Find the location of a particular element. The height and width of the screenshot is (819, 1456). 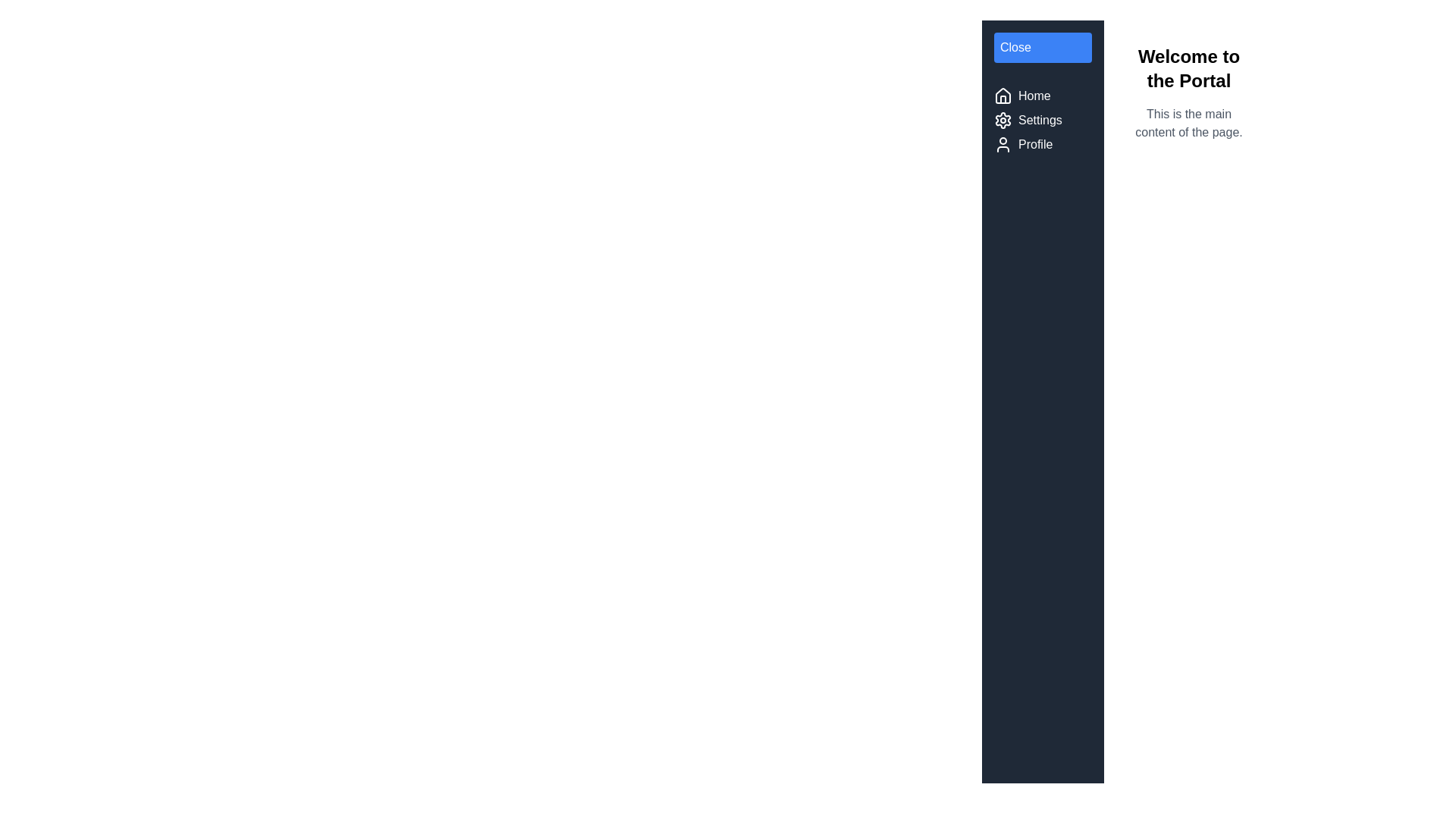

the 'Home' text label, which is displayed on a dark-blue background and is located next to a house icon in the vertical navigation menu is located at coordinates (1034, 96).